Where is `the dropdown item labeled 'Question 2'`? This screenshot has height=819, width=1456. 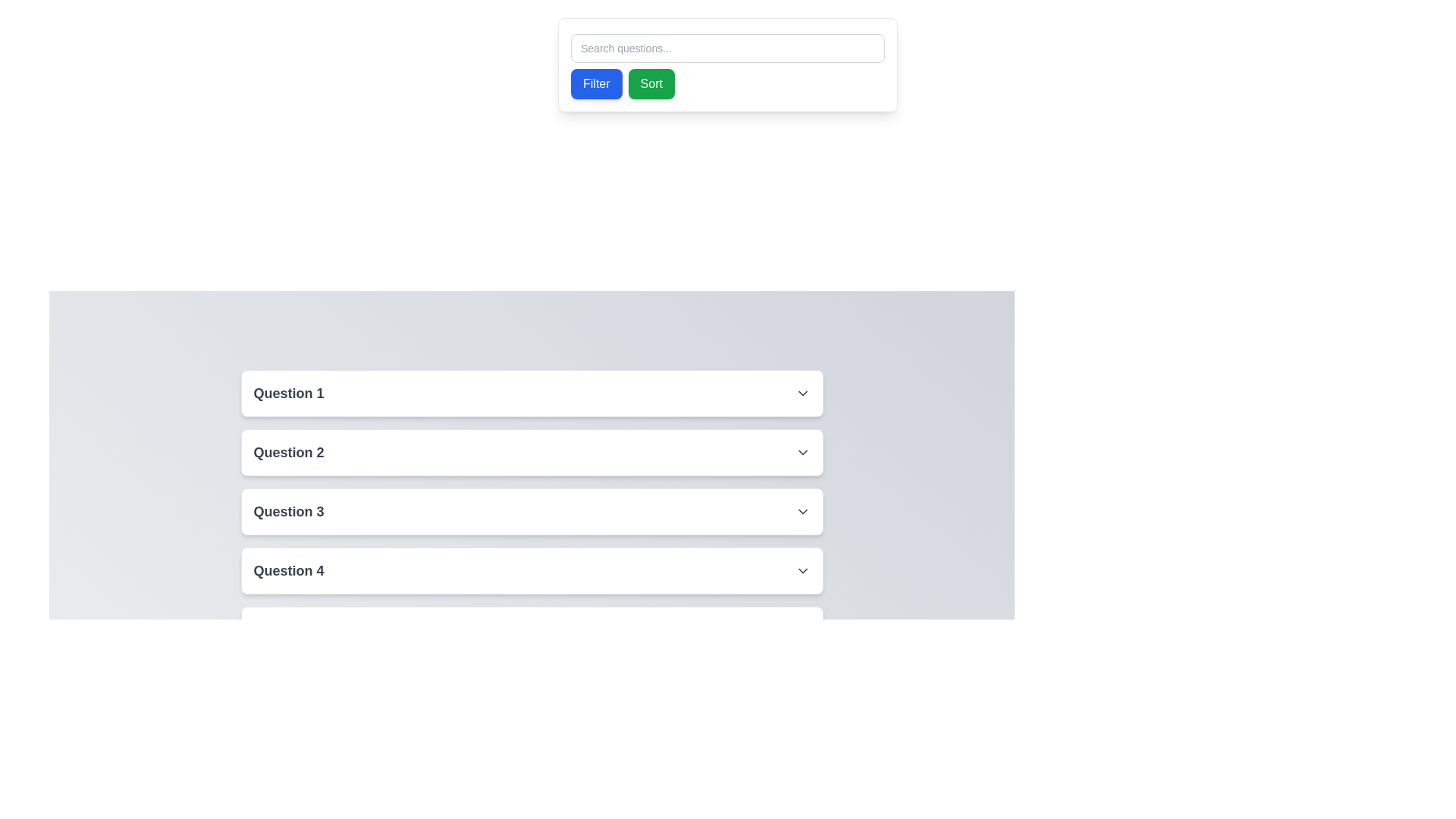
the dropdown item labeled 'Question 2' is located at coordinates (532, 452).